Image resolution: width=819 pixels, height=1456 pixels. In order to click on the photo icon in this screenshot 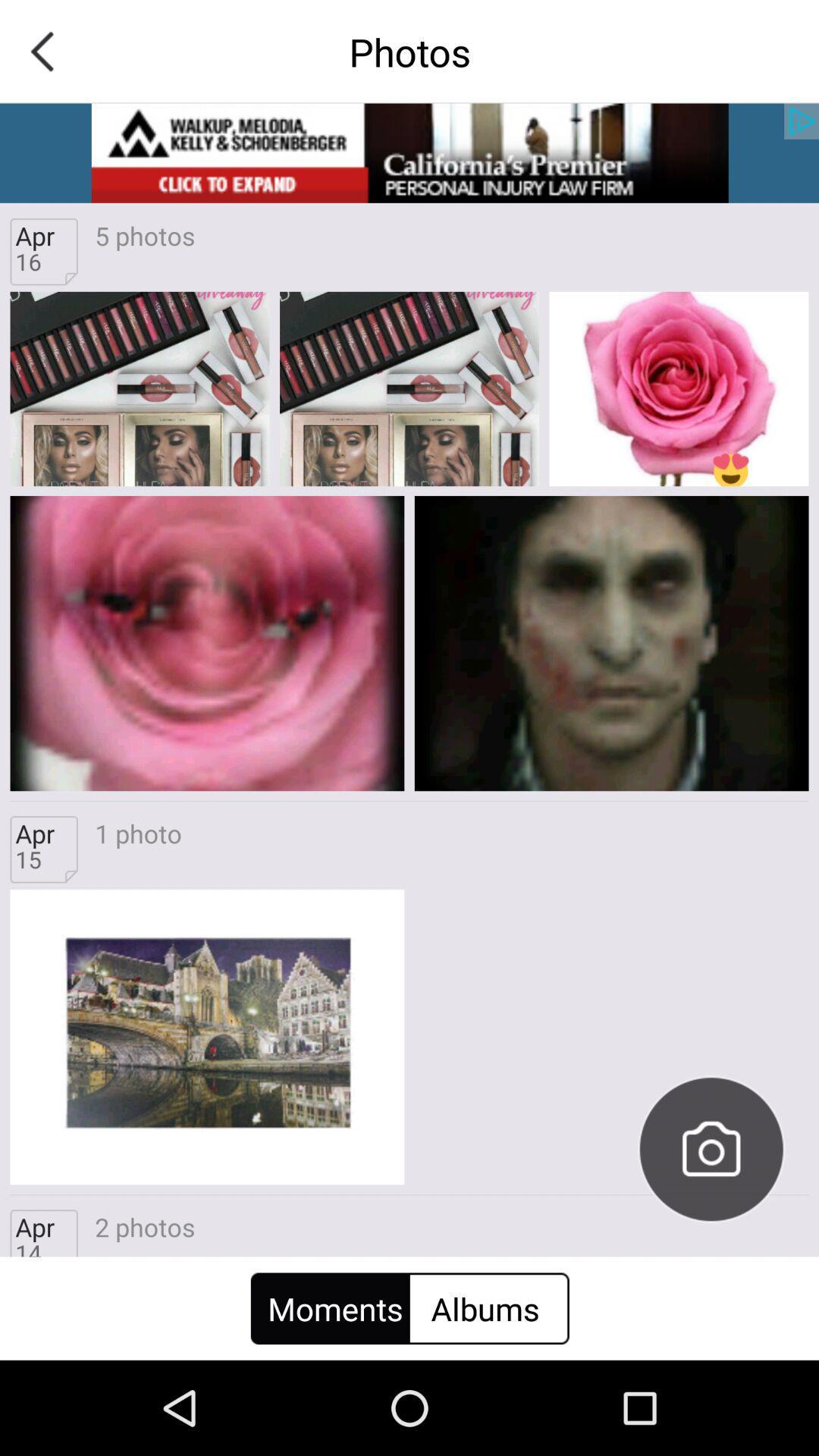, I will do `click(711, 1230)`.